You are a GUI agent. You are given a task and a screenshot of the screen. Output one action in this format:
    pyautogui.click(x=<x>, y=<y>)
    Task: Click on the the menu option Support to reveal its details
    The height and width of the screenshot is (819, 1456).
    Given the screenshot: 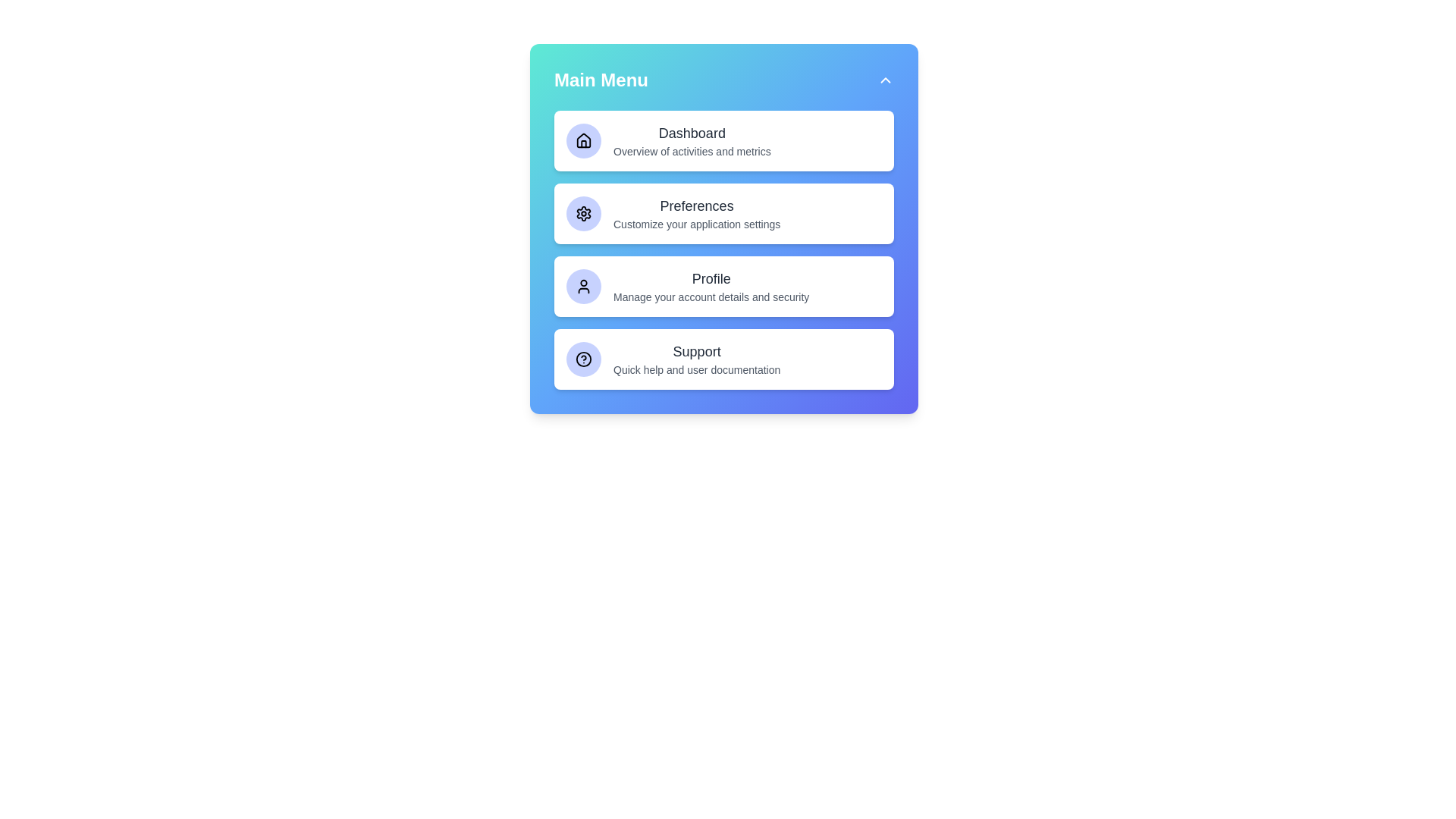 What is the action you would take?
    pyautogui.click(x=723, y=359)
    